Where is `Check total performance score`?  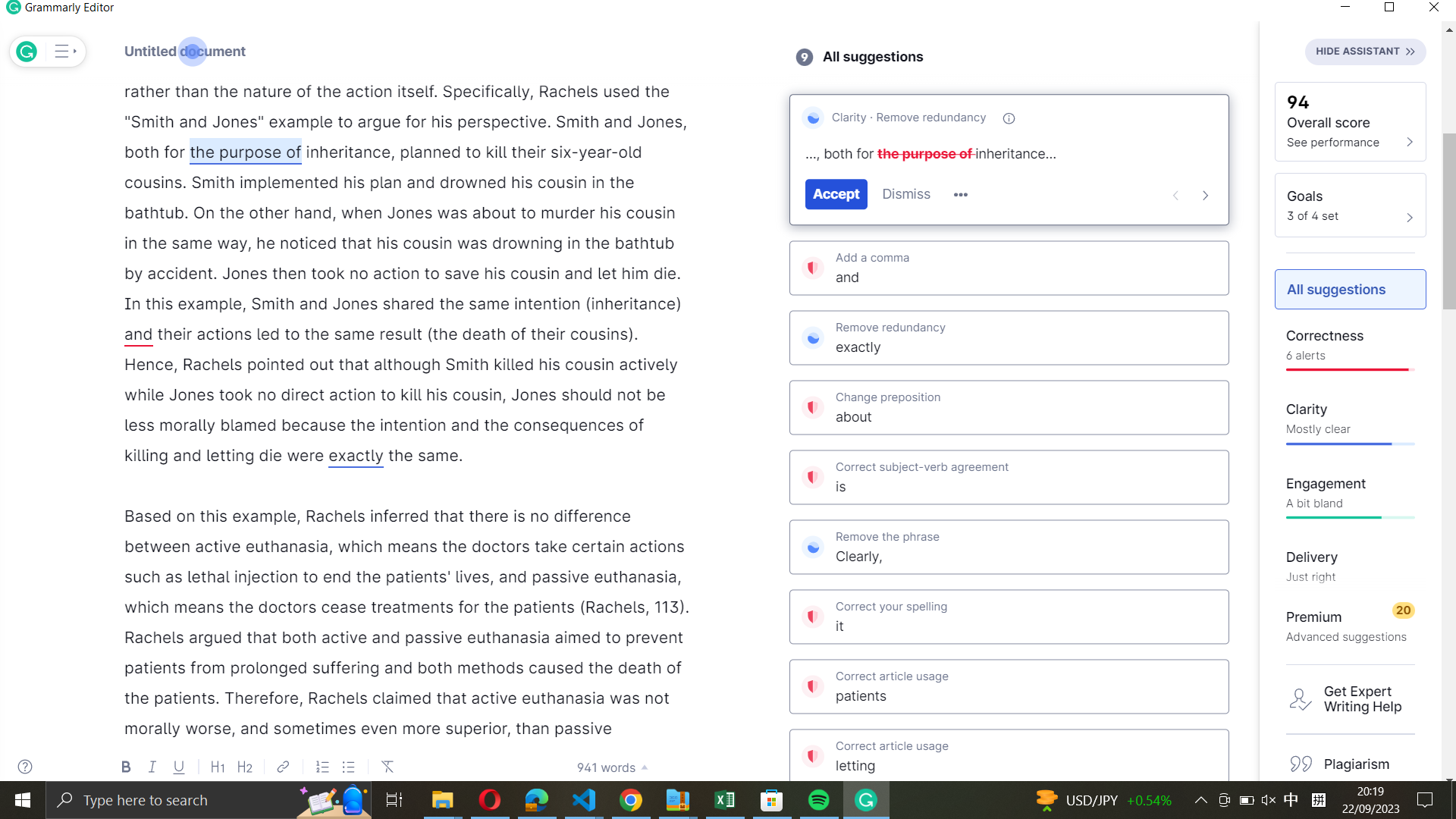
Check total performance score is located at coordinates (1350, 120).